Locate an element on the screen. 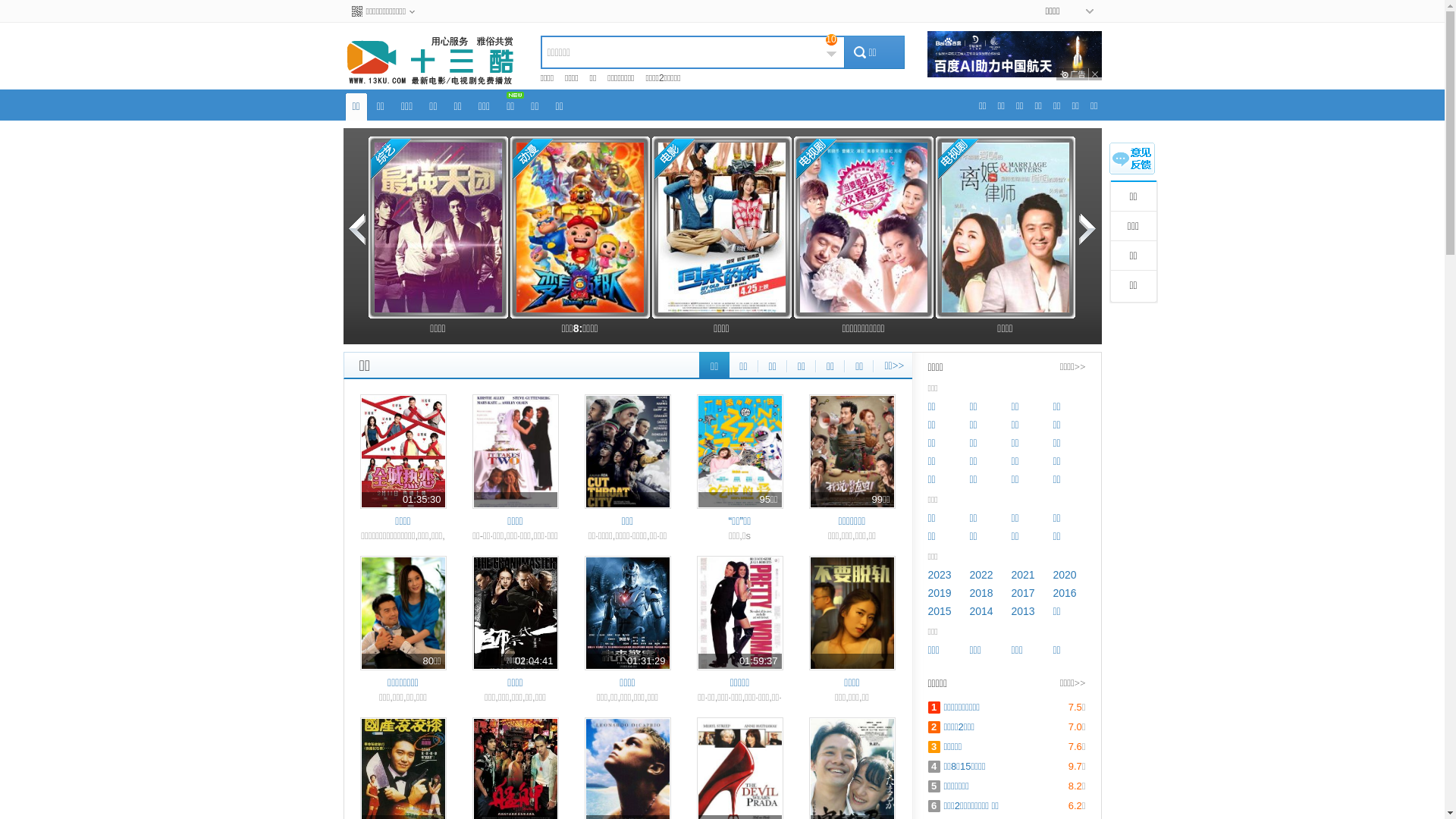 Image resolution: width=1456 pixels, height=819 pixels. '2015' is located at coordinates (927, 610).